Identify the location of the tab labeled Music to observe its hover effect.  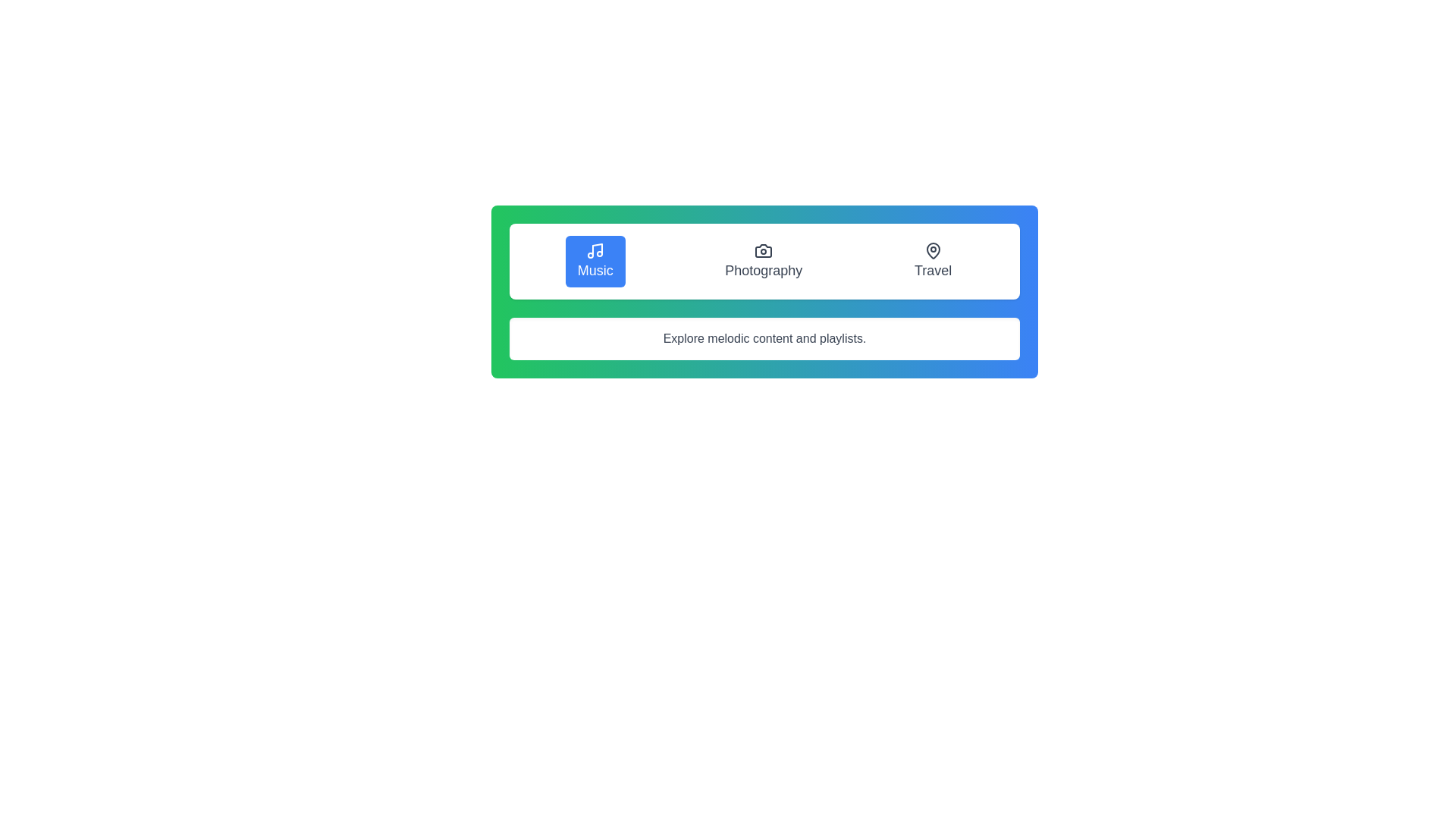
(595, 260).